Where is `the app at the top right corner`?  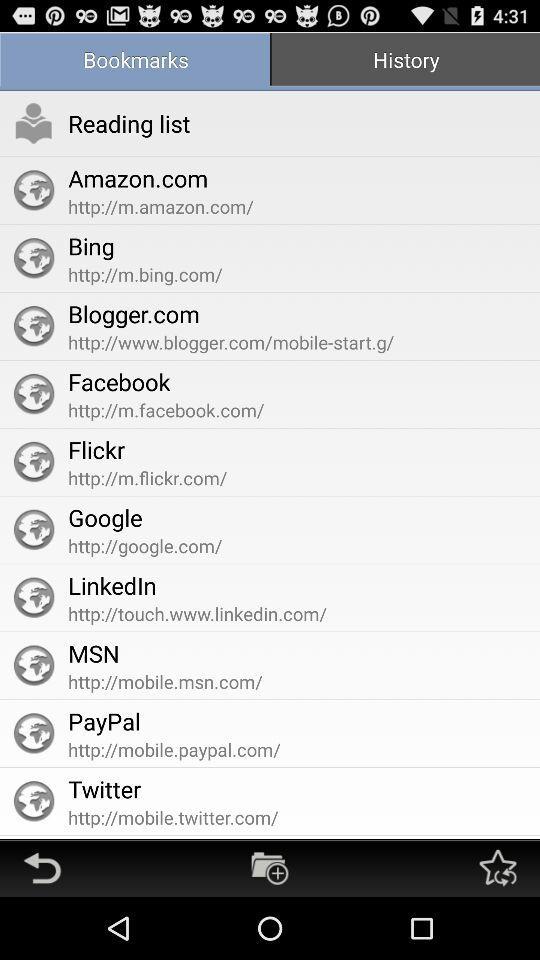
the app at the top right corner is located at coordinates (405, 61).